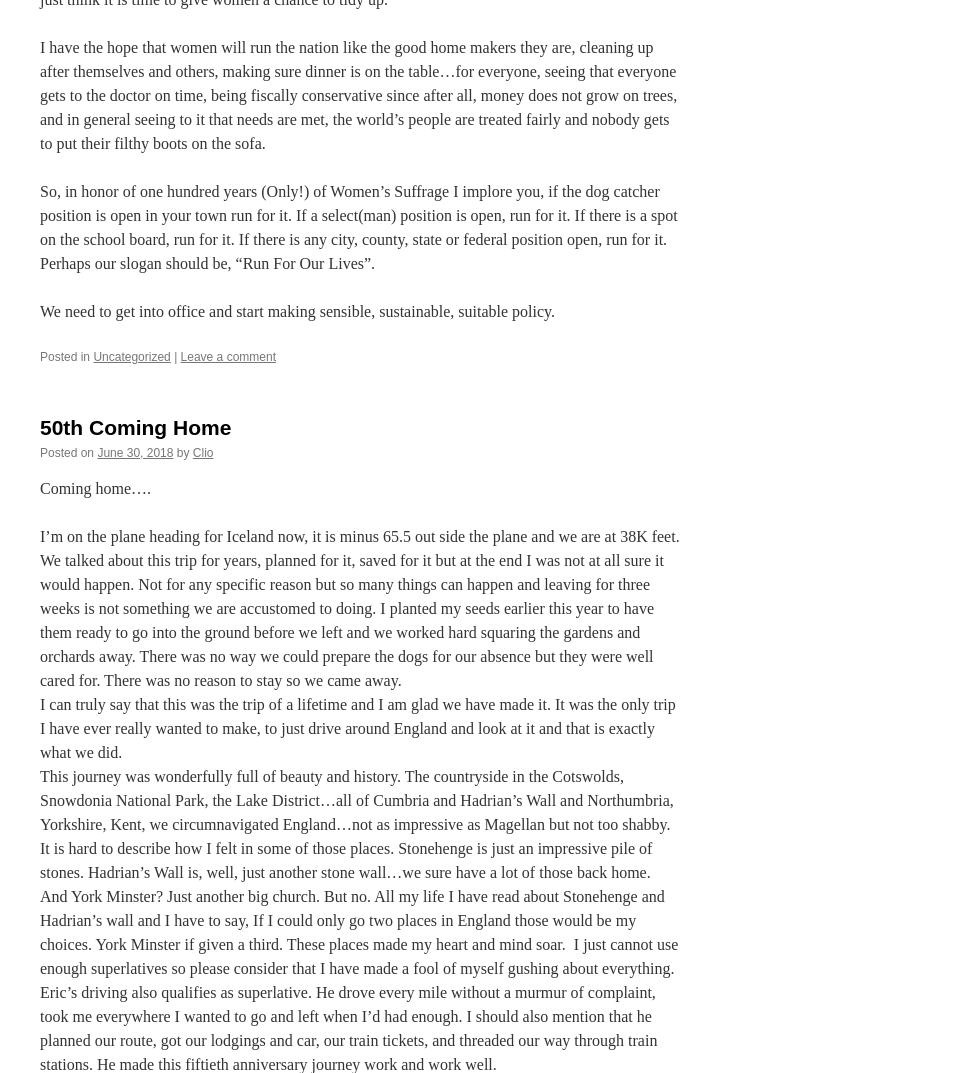  I want to click on 'Posted in', so click(64, 356).